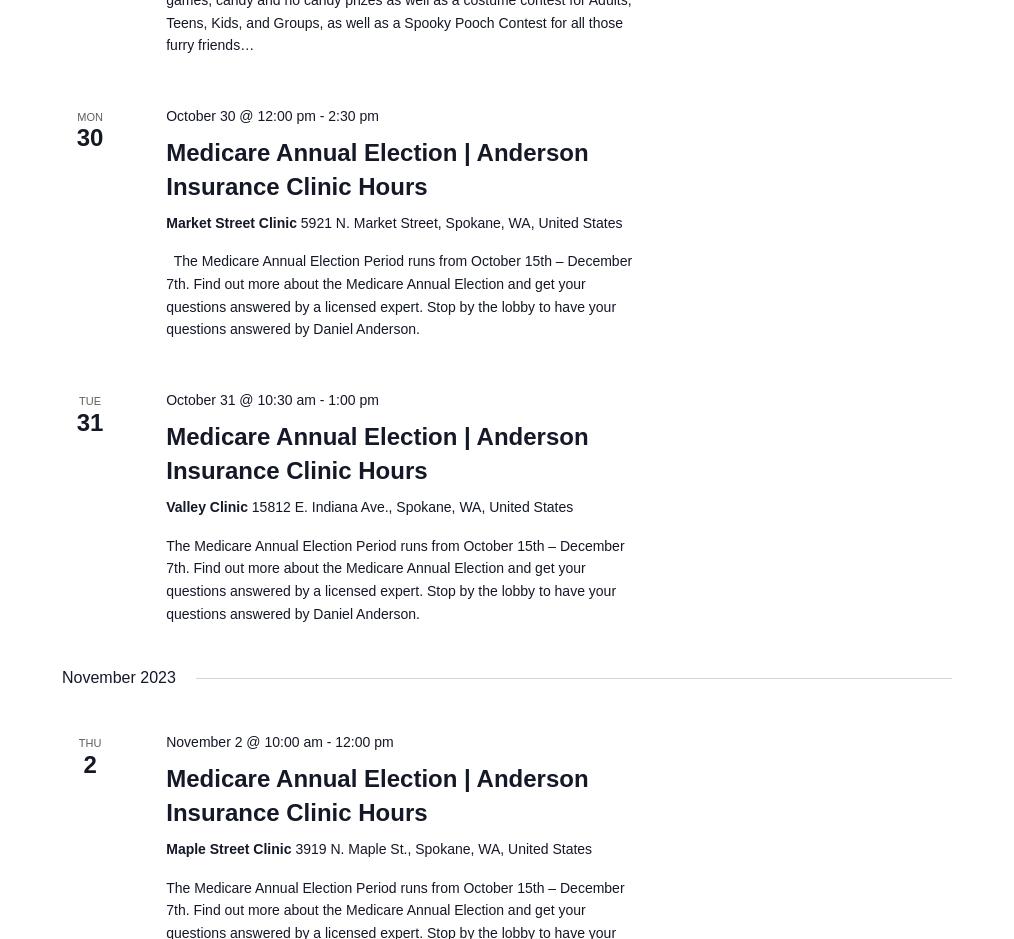  I want to click on '3919 N. Maple St., Spokane, WA, United States', so click(443, 848).